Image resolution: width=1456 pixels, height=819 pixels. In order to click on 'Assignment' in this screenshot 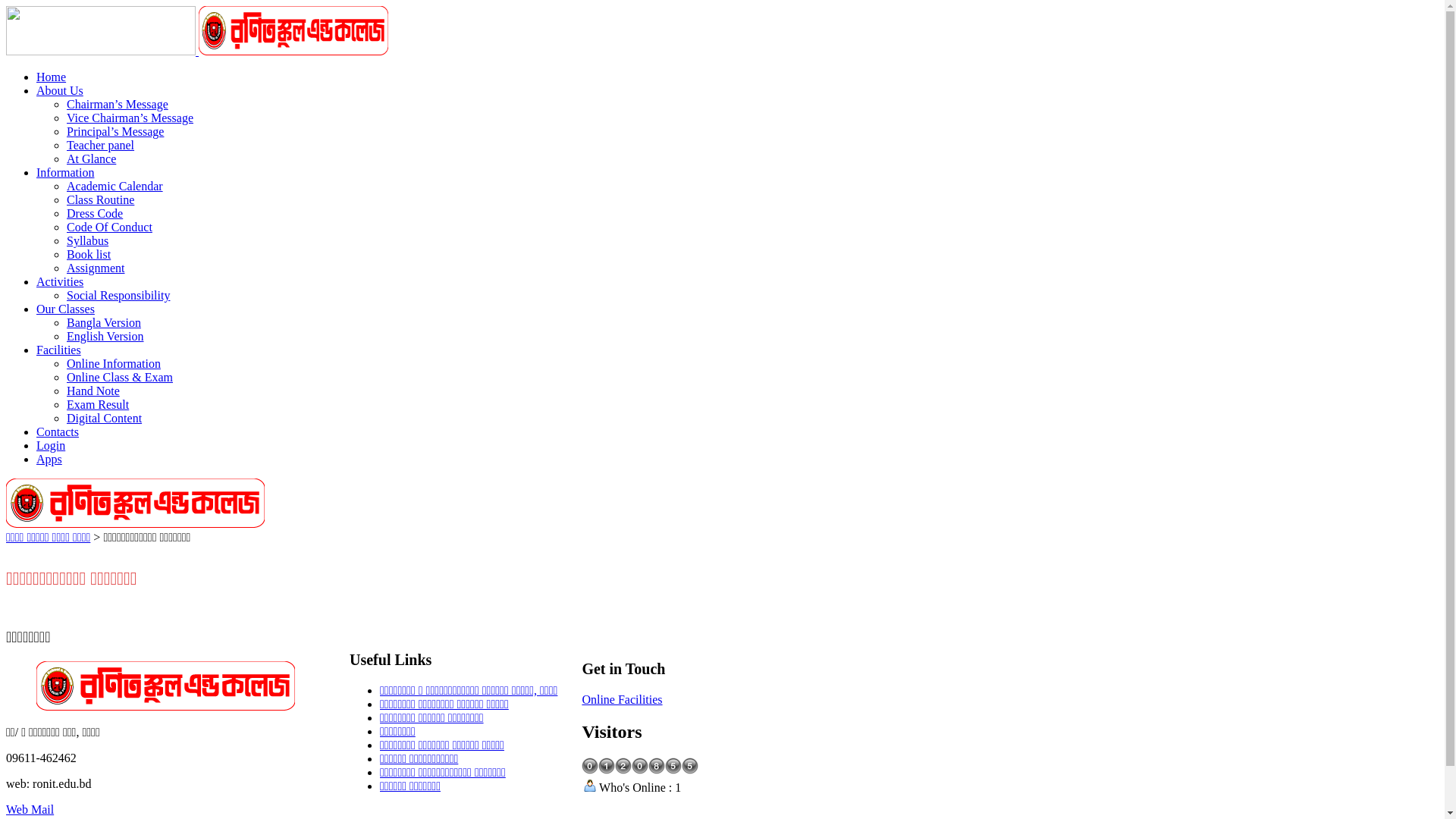, I will do `click(94, 267)`.